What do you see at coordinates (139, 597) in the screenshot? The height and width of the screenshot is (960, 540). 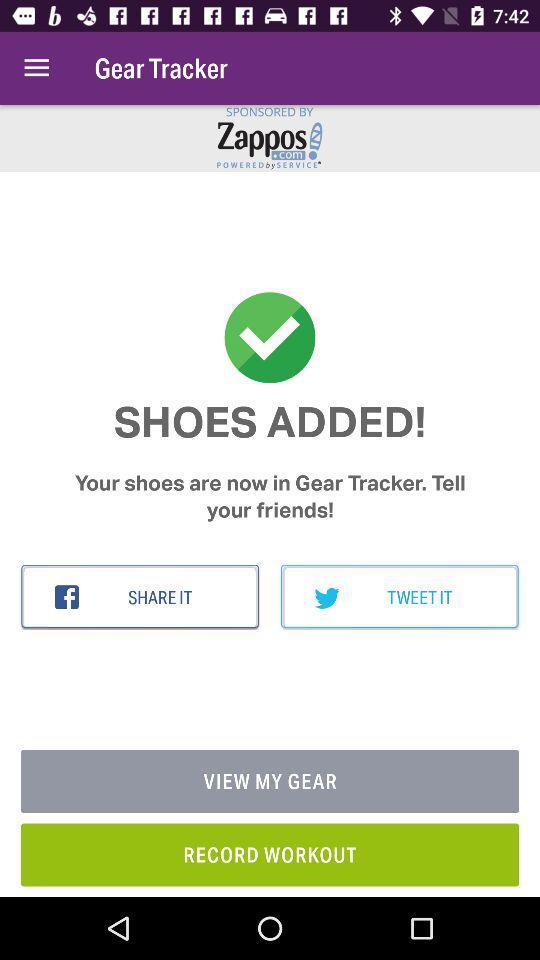 I see `share it item` at bounding box center [139, 597].